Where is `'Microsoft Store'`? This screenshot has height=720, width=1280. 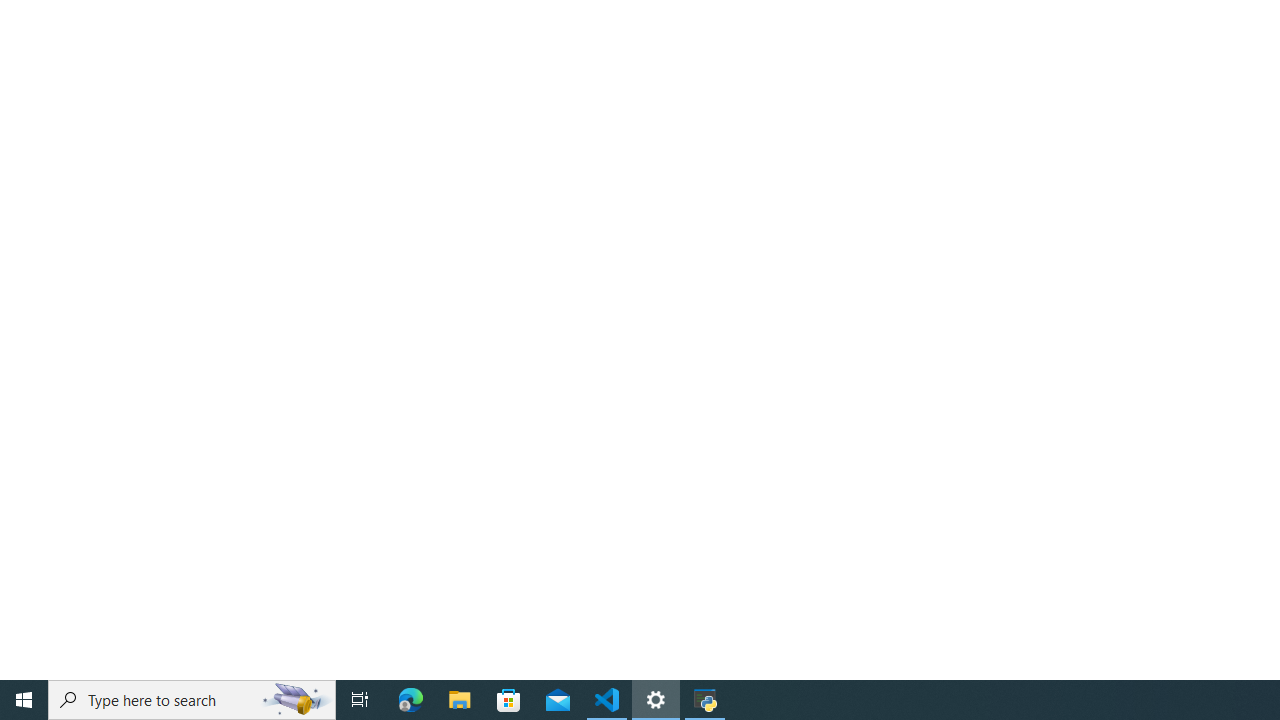 'Microsoft Store' is located at coordinates (509, 698).